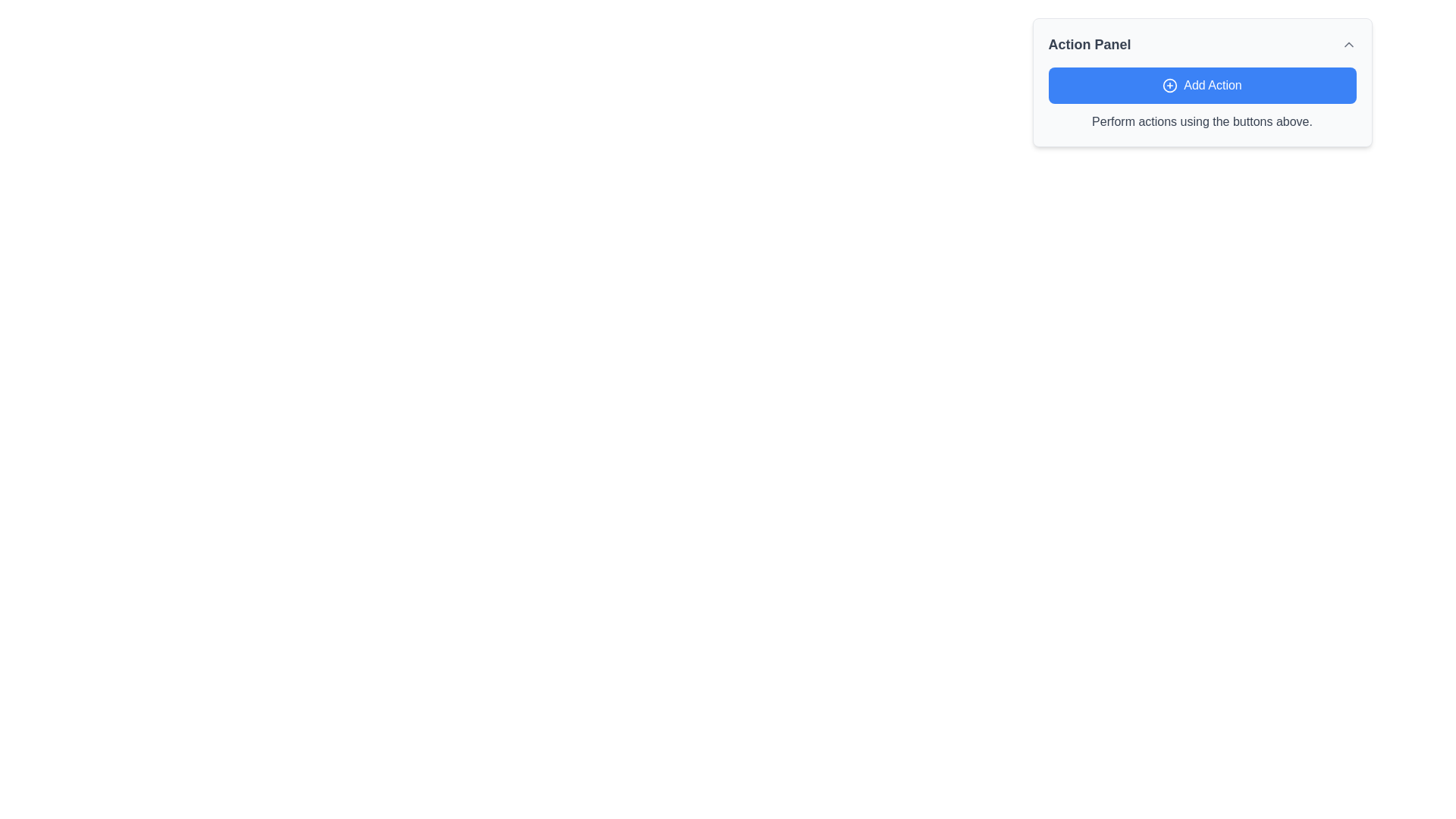  Describe the element at coordinates (1348, 43) in the screenshot. I see `the Icon button (upward arrow) located in the top-right corner to the right of 'Action Panel' for additional information or styling effects` at that location.